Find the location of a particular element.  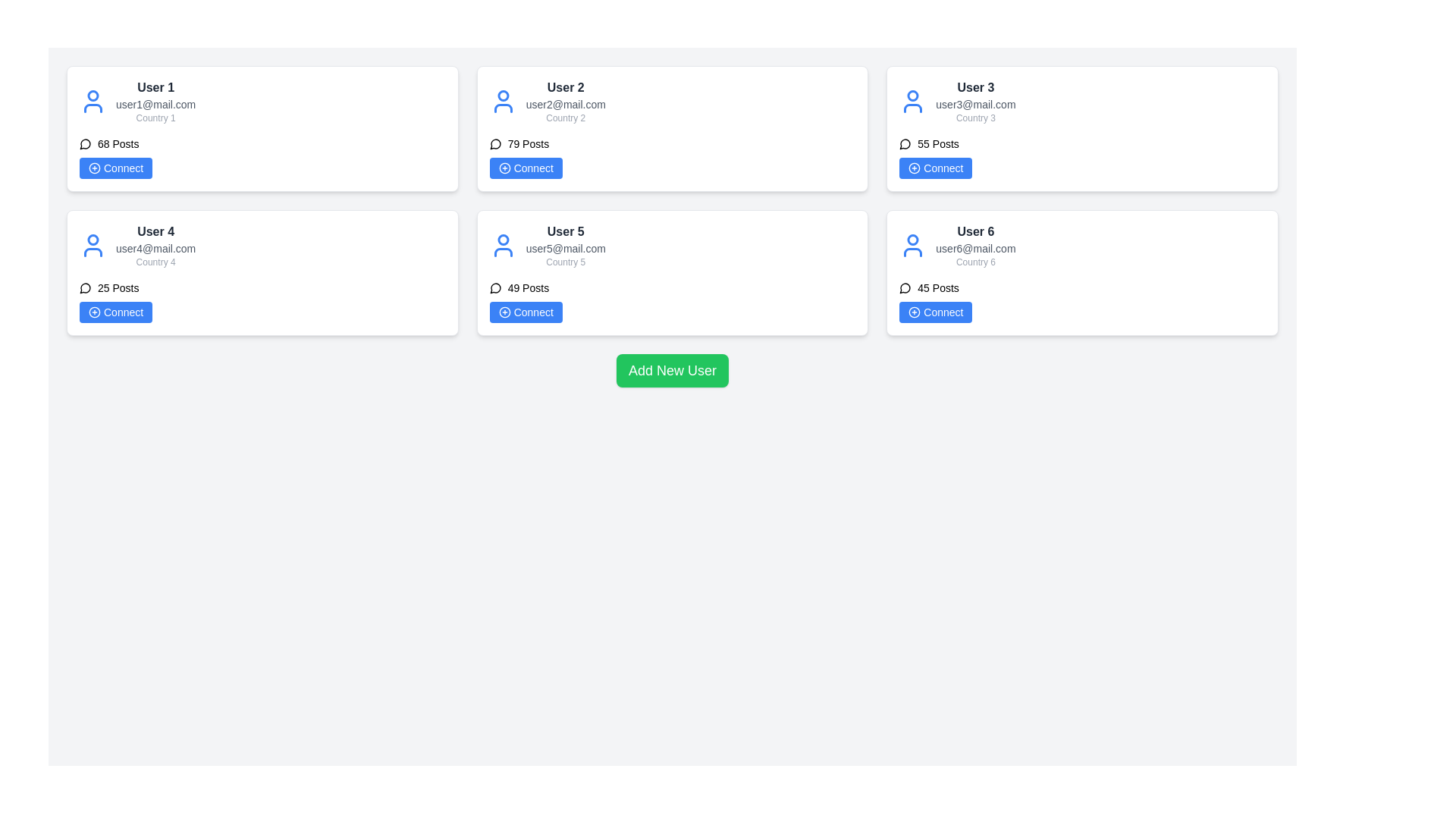

the static text label displaying the geographical location or country associated with the user profile, located in the lower right corner of the 'User 6' profile card, below the email label and above the post count and connect button is located at coordinates (975, 262).